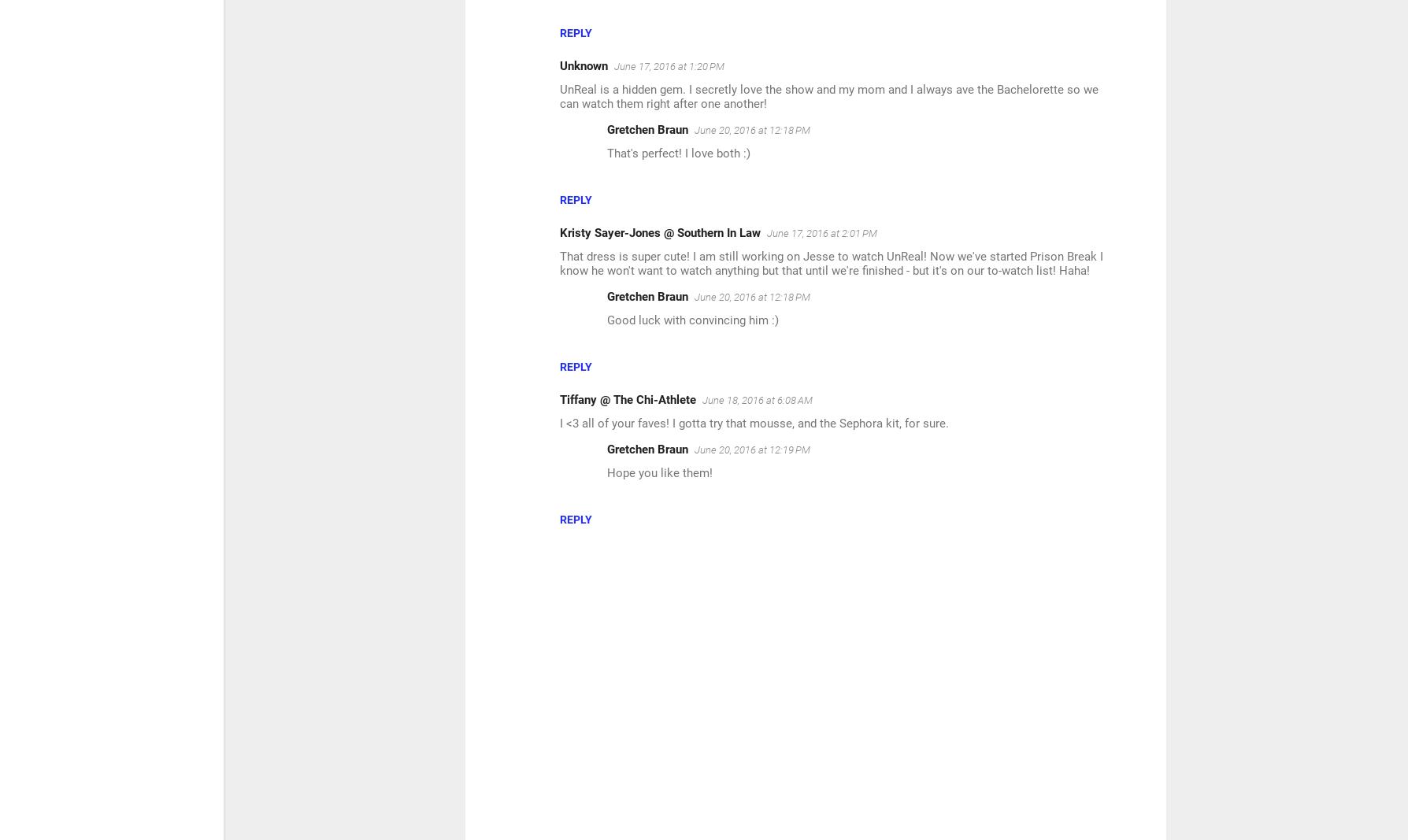  What do you see at coordinates (831, 264) in the screenshot?
I see `'That dress is super cute! I am still working on Jesse to watch UnReal! Now we've started Prison Break I know he won't want to watch anything but that until we're finished - but it's on our to-watch list! Haha!'` at bounding box center [831, 264].